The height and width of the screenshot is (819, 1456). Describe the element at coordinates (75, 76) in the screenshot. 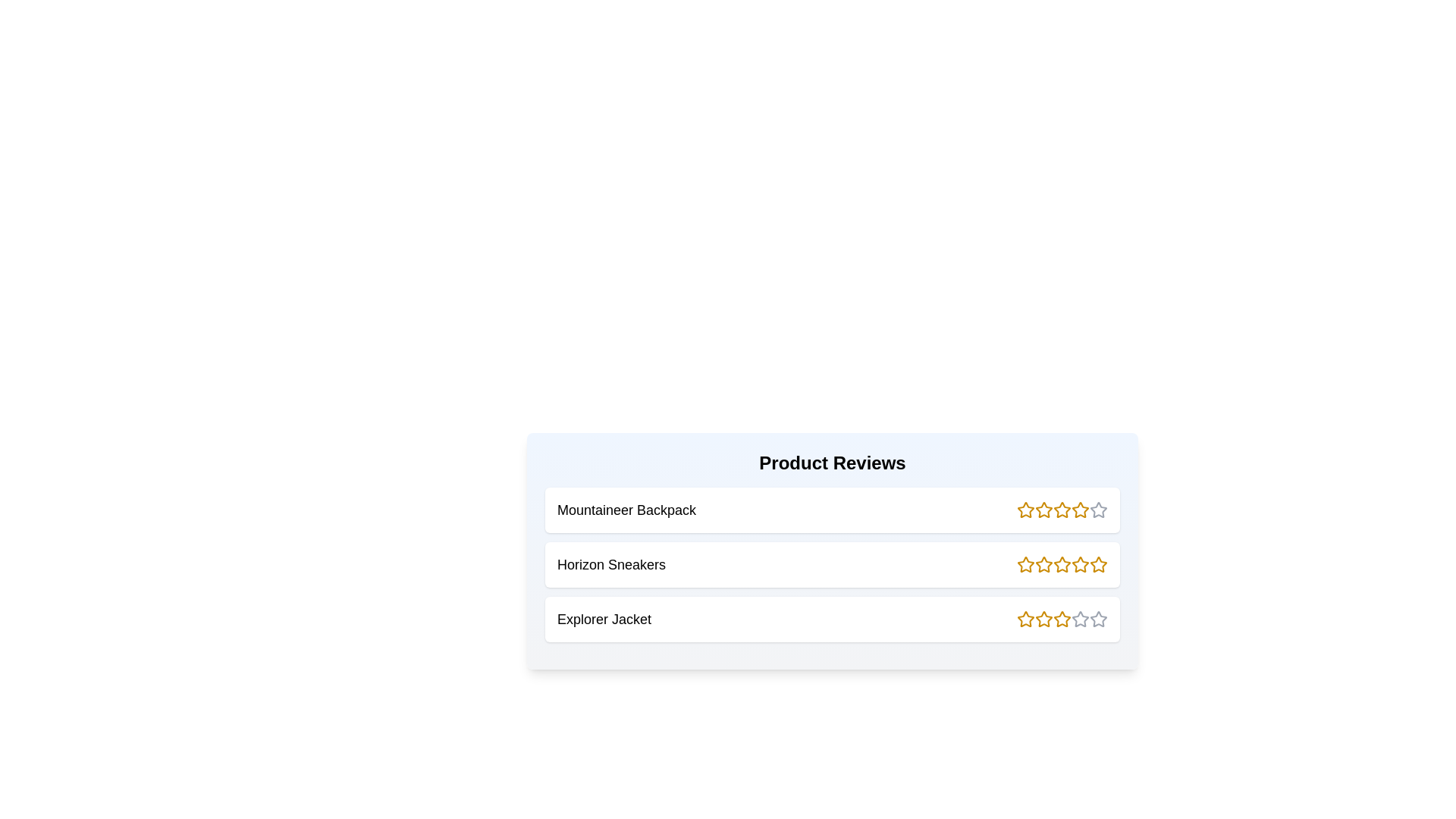

I see `the background area to dismiss focus` at that location.